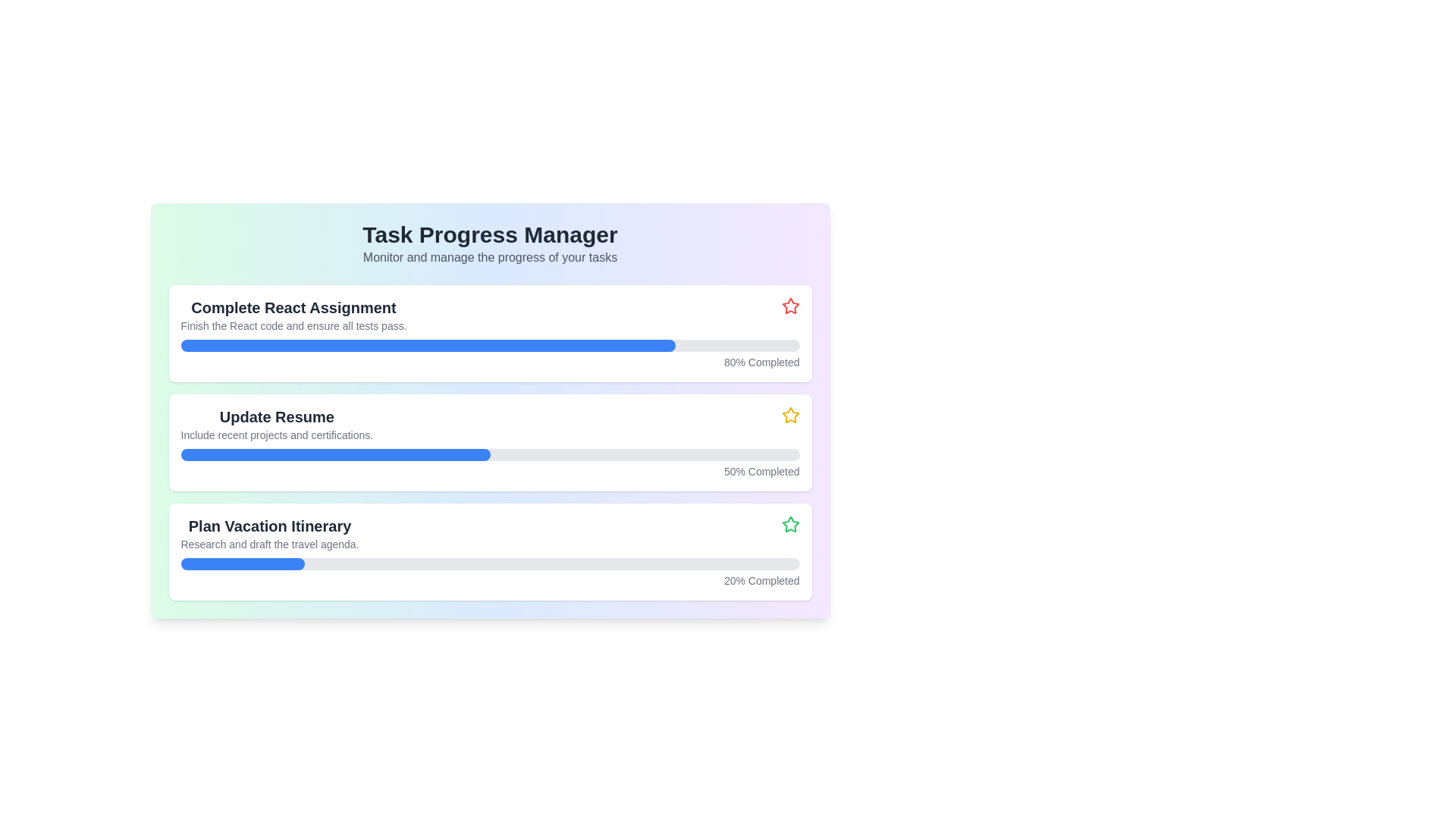 This screenshot has height=819, width=1456. Describe the element at coordinates (277, 435) in the screenshot. I see `informational text located below the header 'Update Resume' in the second position of the task card` at that location.